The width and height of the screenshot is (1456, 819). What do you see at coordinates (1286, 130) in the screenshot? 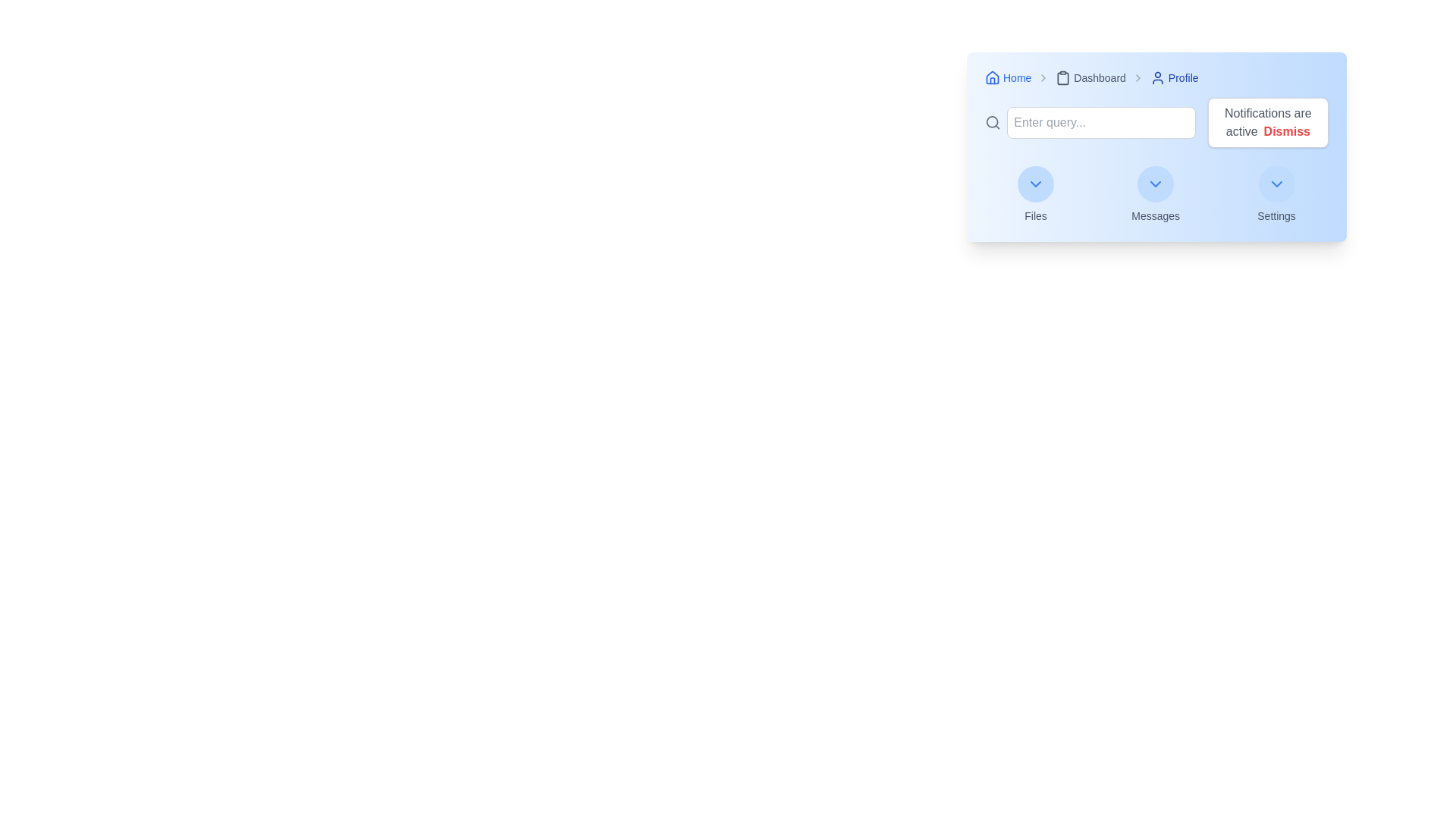
I see `the 'Dismiss' button, which is a bold red text button located in the right part of the notification area, following the text 'Notifications are active'` at bounding box center [1286, 130].